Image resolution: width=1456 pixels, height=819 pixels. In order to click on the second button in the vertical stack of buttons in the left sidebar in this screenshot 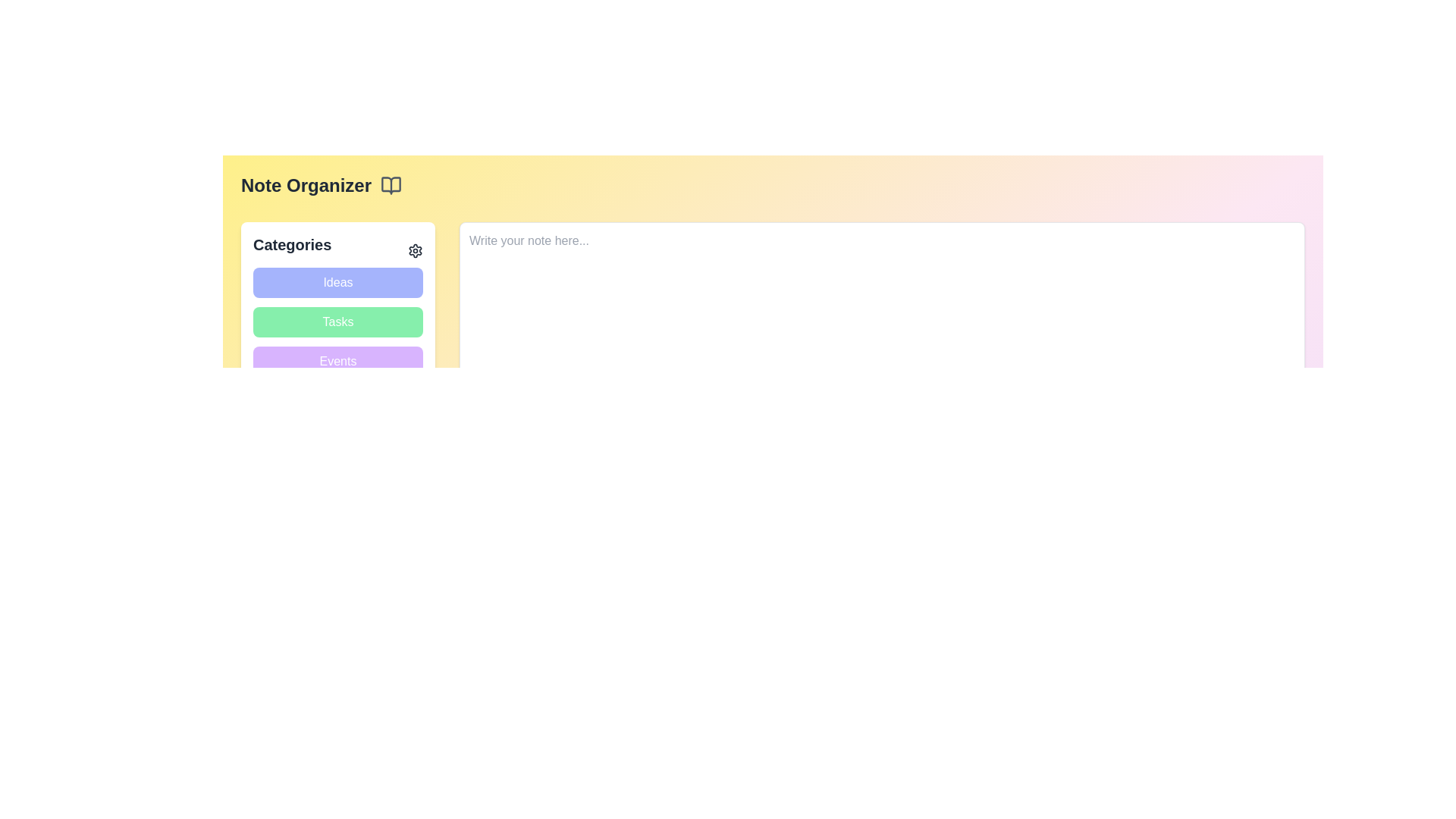, I will do `click(337, 321)`.